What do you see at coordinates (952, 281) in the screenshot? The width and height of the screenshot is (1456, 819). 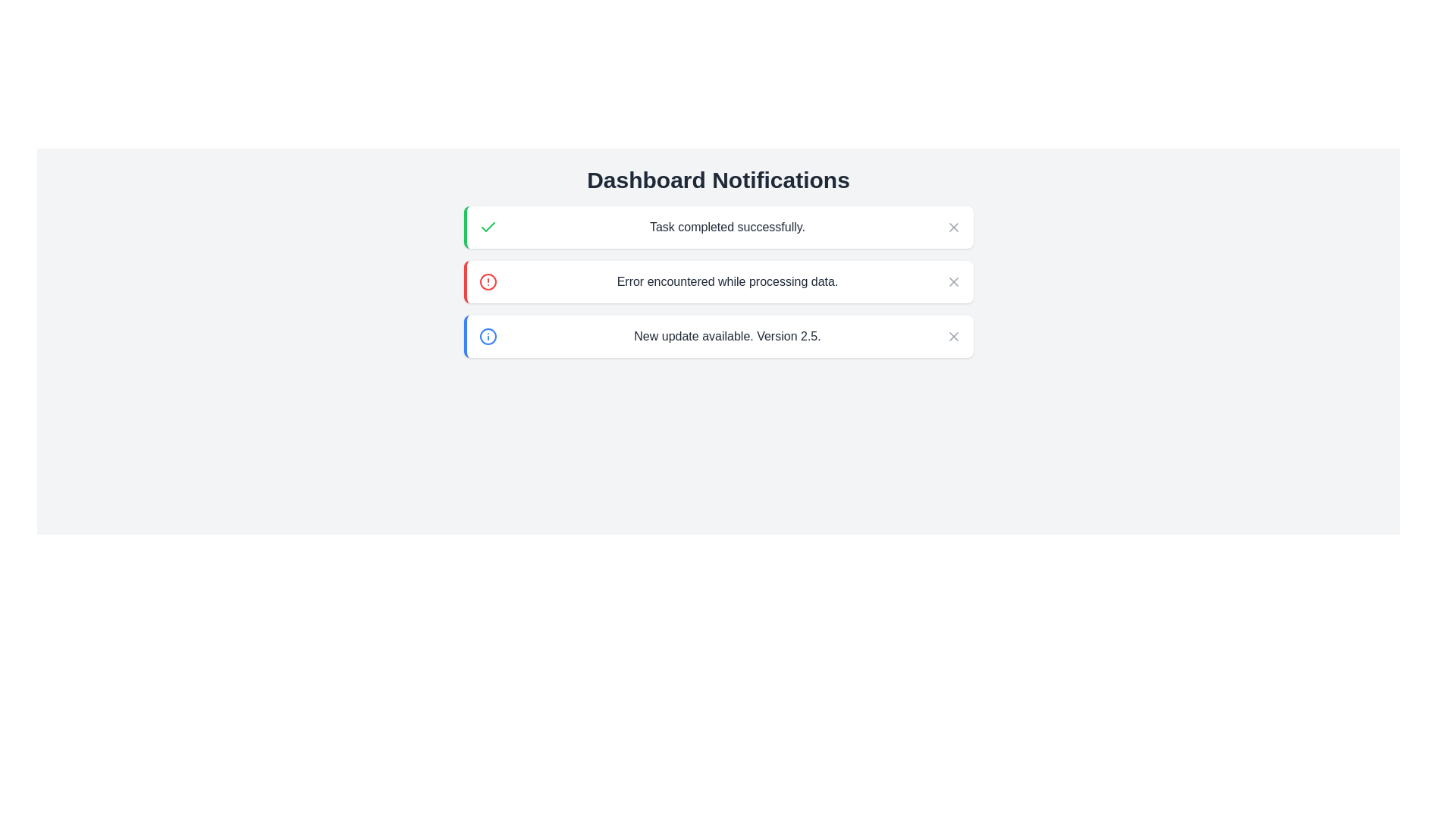 I see `the close button located at the top-right corner of the notification labeled 'Error encountered while processing data'` at bounding box center [952, 281].